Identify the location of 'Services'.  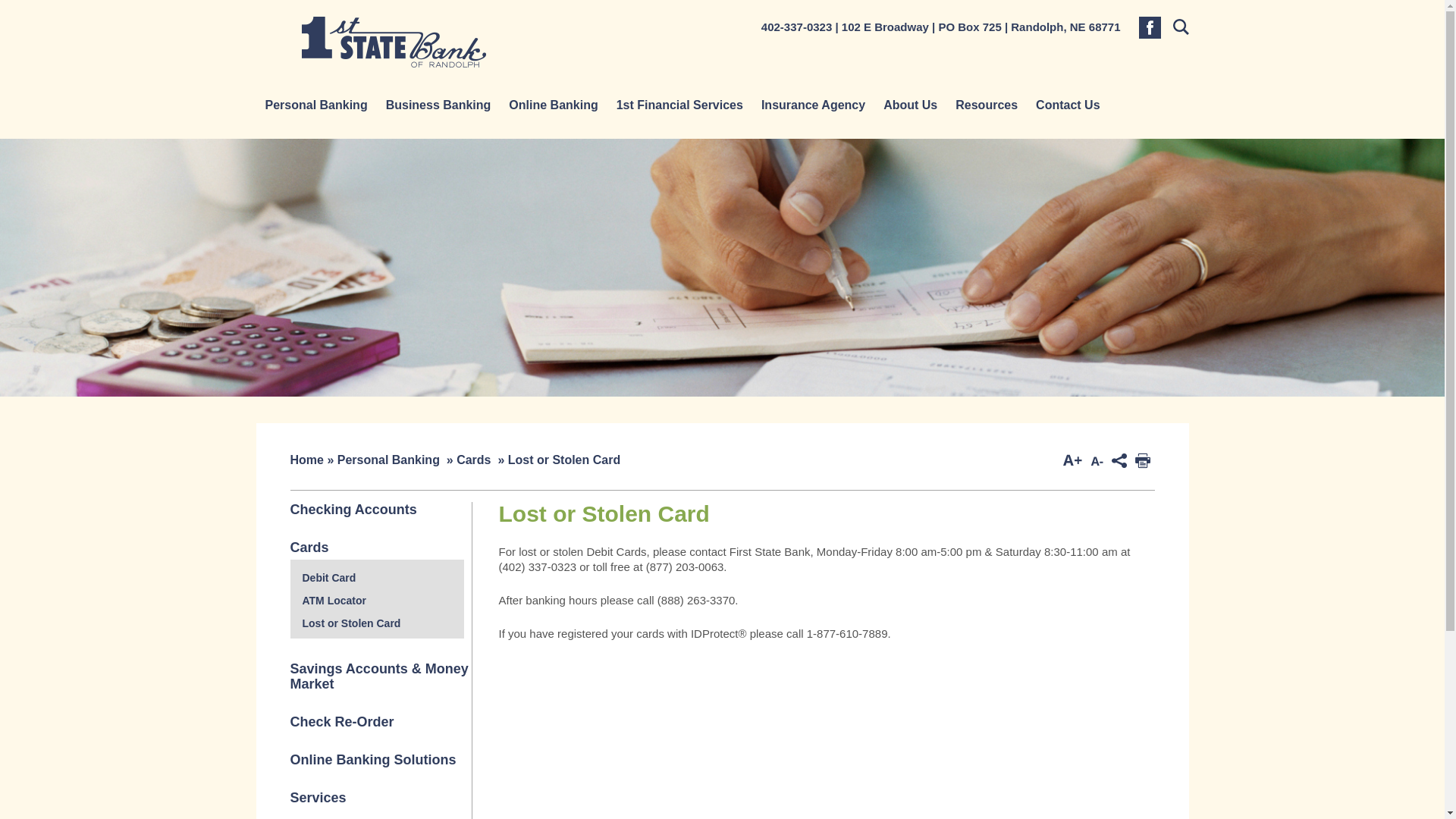
(316, 797).